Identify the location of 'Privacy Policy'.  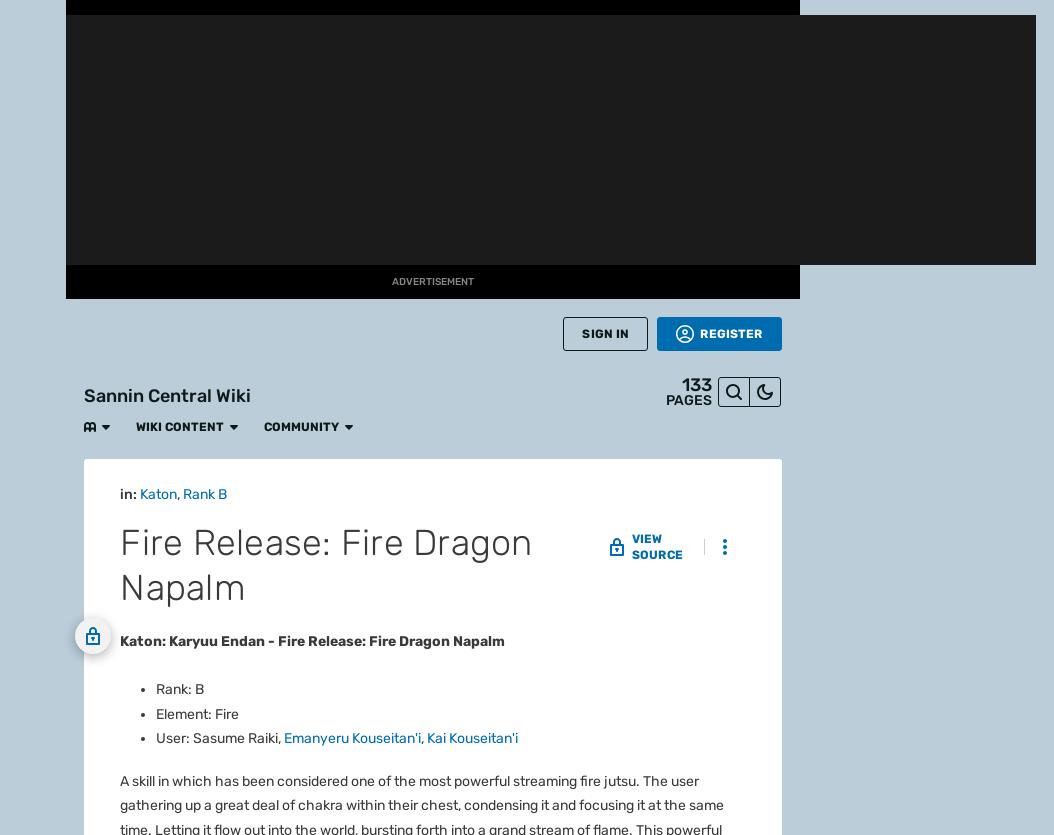
(613, 723).